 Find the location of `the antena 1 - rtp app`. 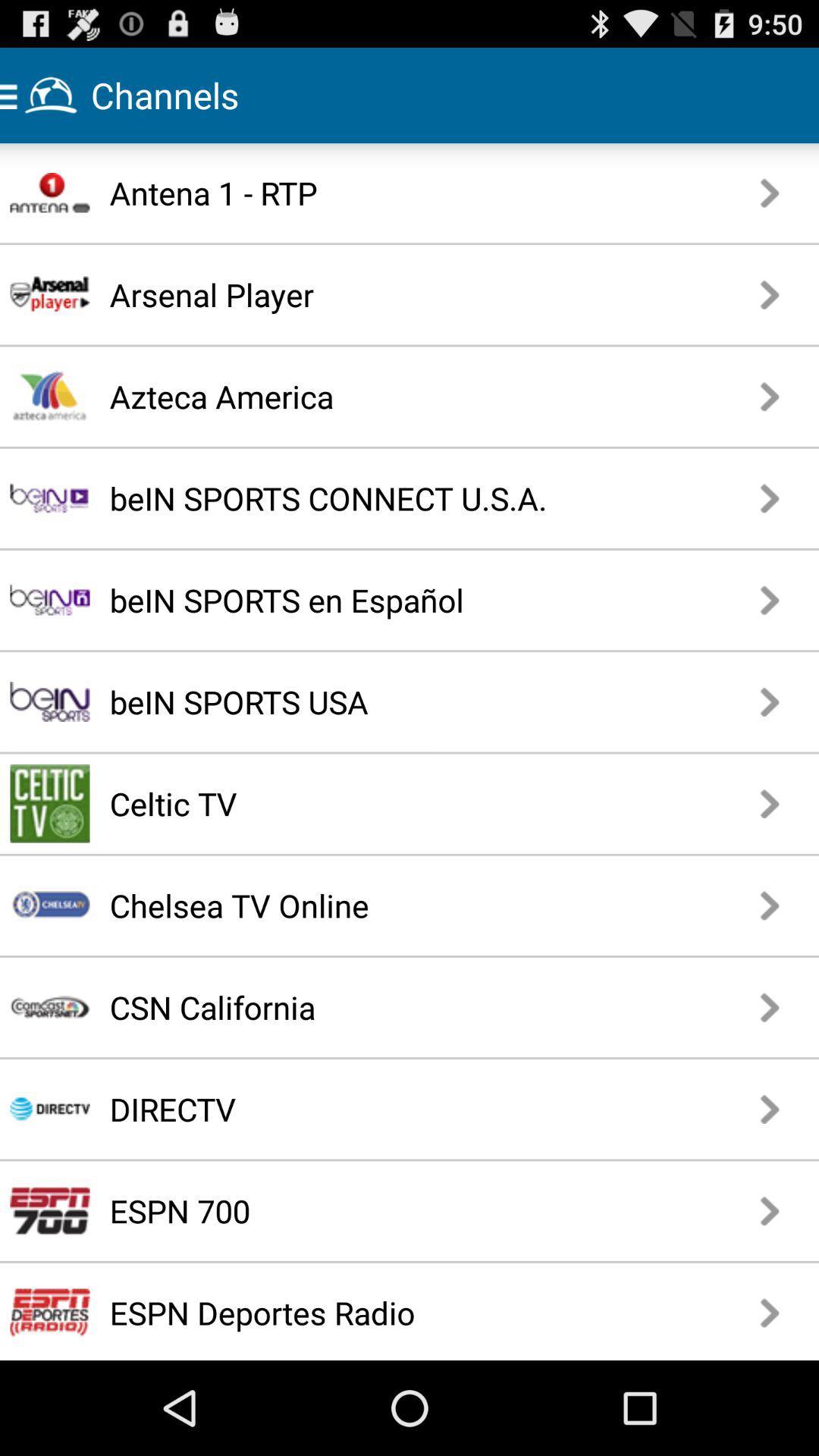

the antena 1 - rtp app is located at coordinates (367, 192).